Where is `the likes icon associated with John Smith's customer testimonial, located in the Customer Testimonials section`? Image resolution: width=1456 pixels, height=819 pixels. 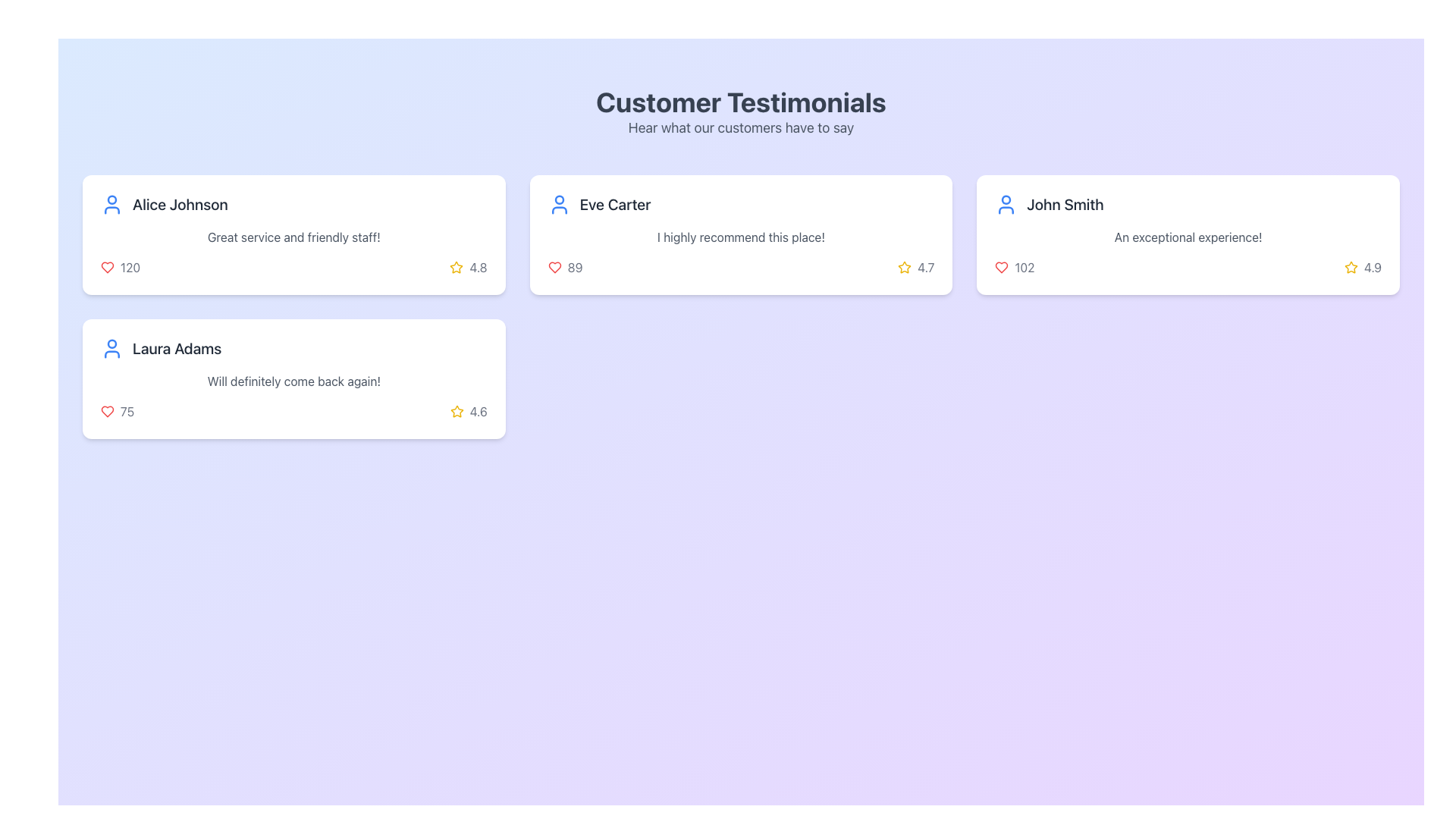
the likes icon associated with John Smith's customer testimonial, located in the Customer Testimonials section is located at coordinates (1015, 267).